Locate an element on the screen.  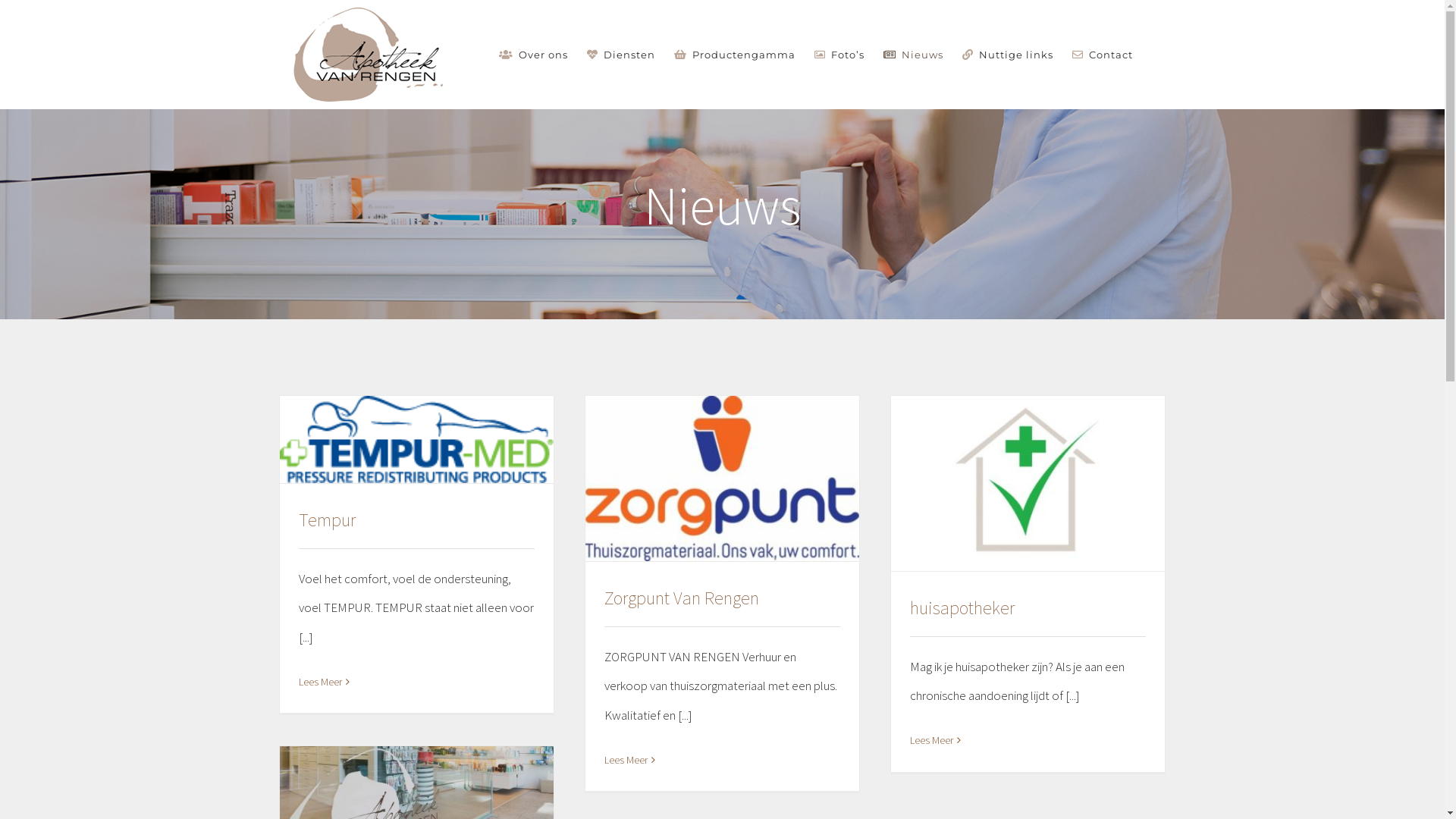
'Productengamma' is located at coordinates (735, 54).